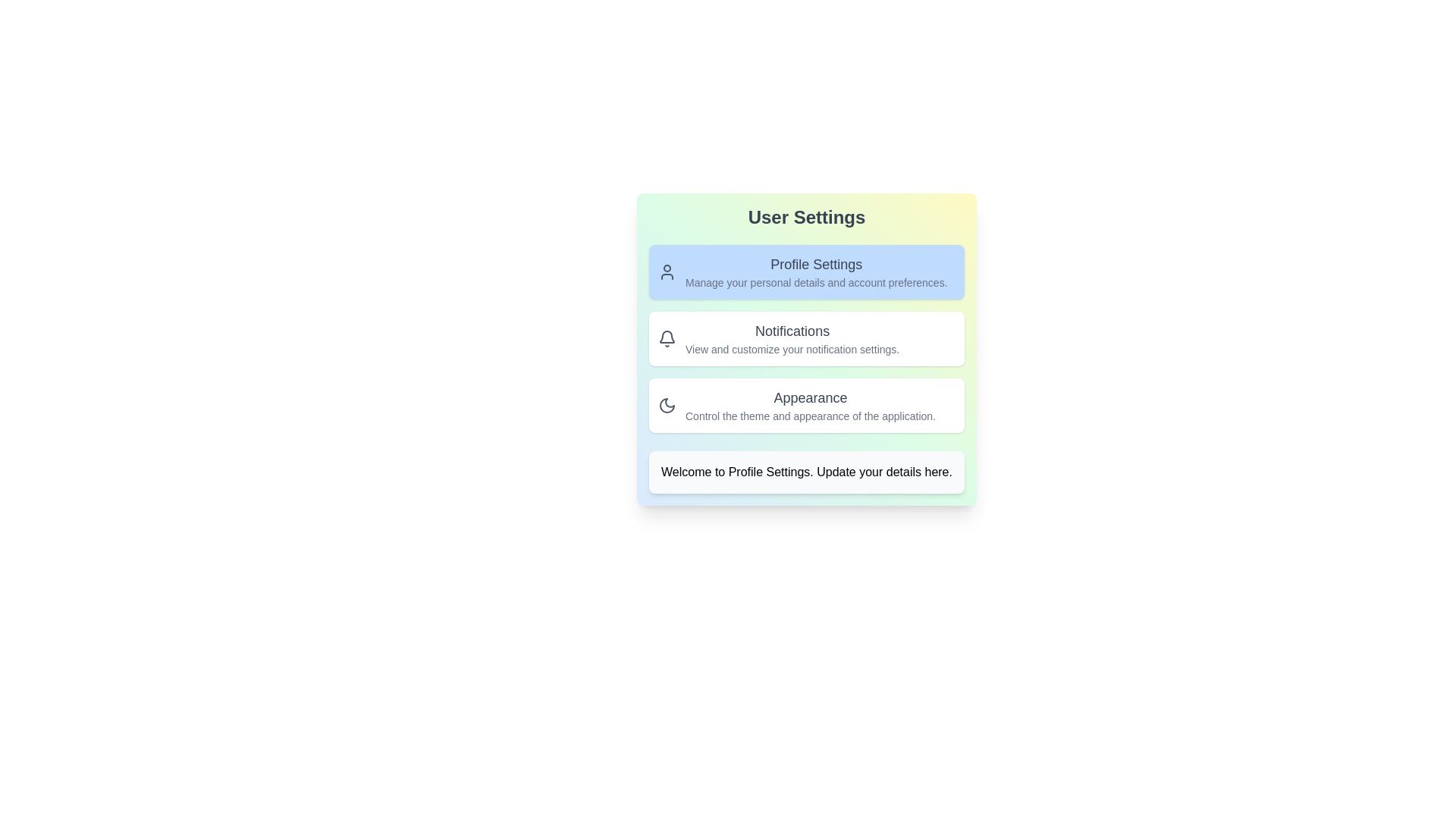 The width and height of the screenshot is (1456, 819). What do you see at coordinates (806, 338) in the screenshot?
I see `the card representing Notifications to select it` at bounding box center [806, 338].